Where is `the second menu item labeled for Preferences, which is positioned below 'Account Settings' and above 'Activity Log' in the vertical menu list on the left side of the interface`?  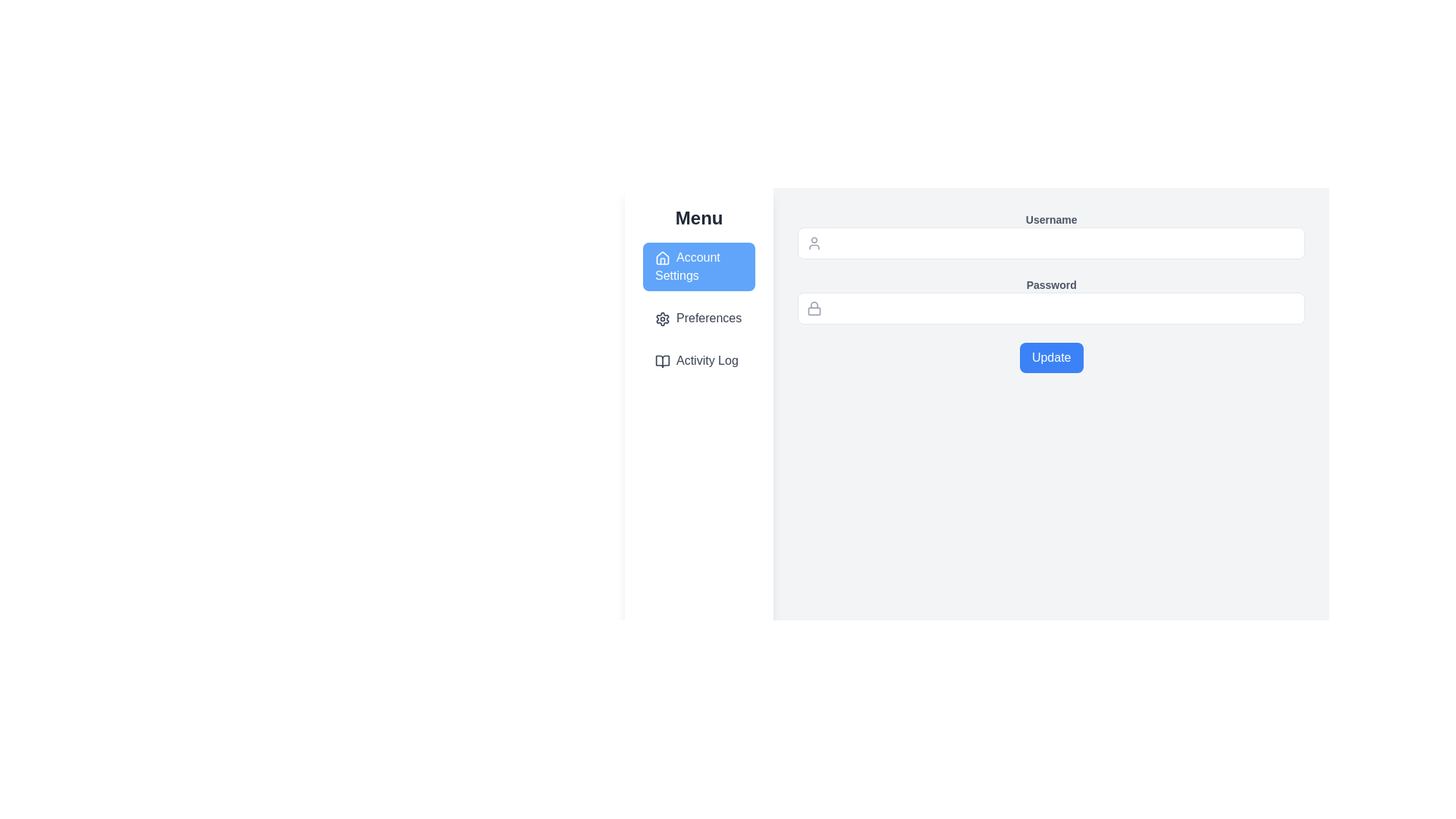 the second menu item labeled for Preferences, which is positioned below 'Account Settings' and above 'Activity Log' in the vertical menu list on the left side of the interface is located at coordinates (698, 318).